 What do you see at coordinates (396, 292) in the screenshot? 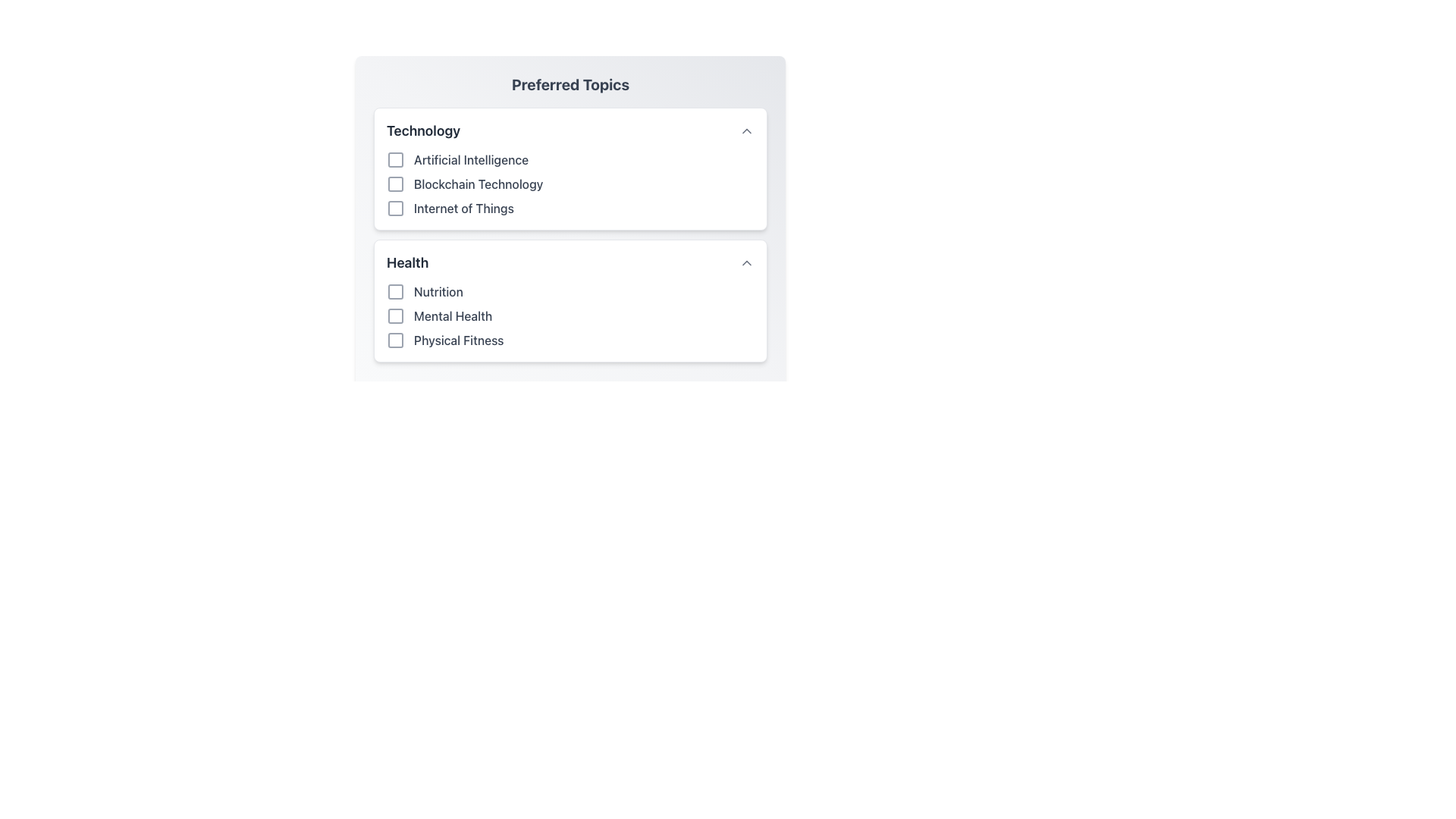
I see `the checkbox with a gray border located to the left of the 'Nutrition' text in the 'Health' section` at bounding box center [396, 292].